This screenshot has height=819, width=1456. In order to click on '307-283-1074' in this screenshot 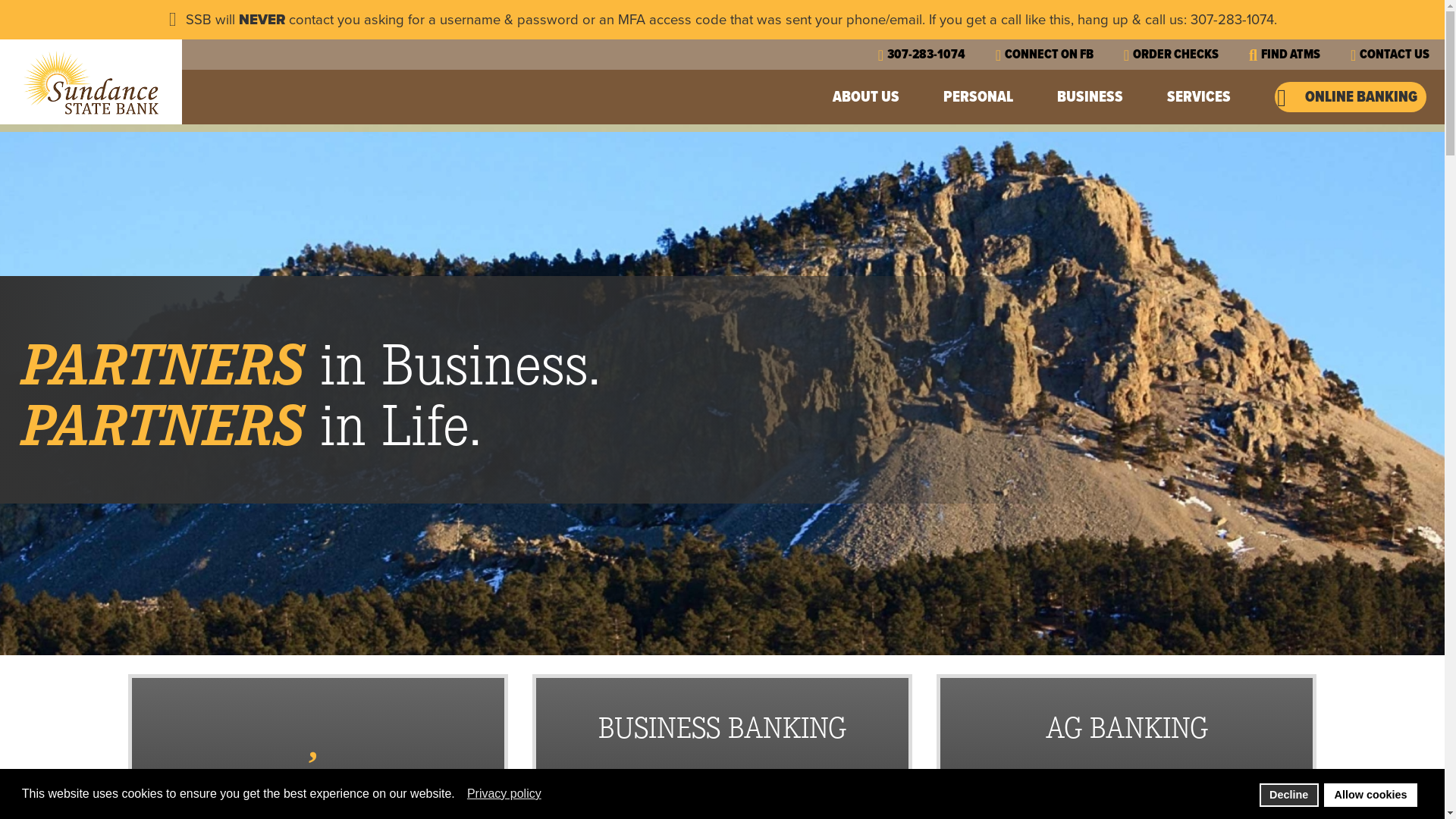, I will do `click(921, 53)`.